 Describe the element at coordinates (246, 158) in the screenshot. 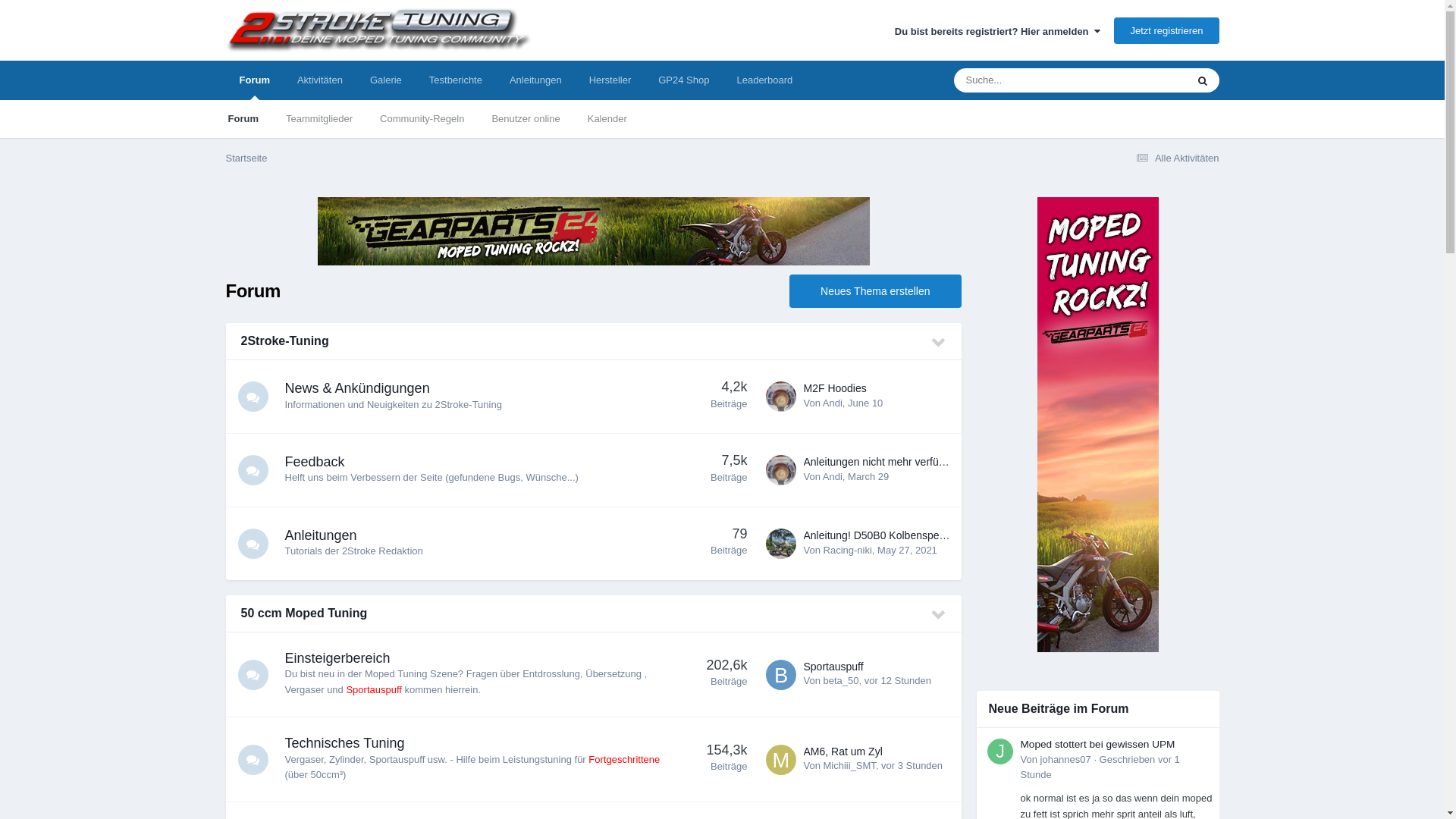

I see `'Startseite'` at that location.